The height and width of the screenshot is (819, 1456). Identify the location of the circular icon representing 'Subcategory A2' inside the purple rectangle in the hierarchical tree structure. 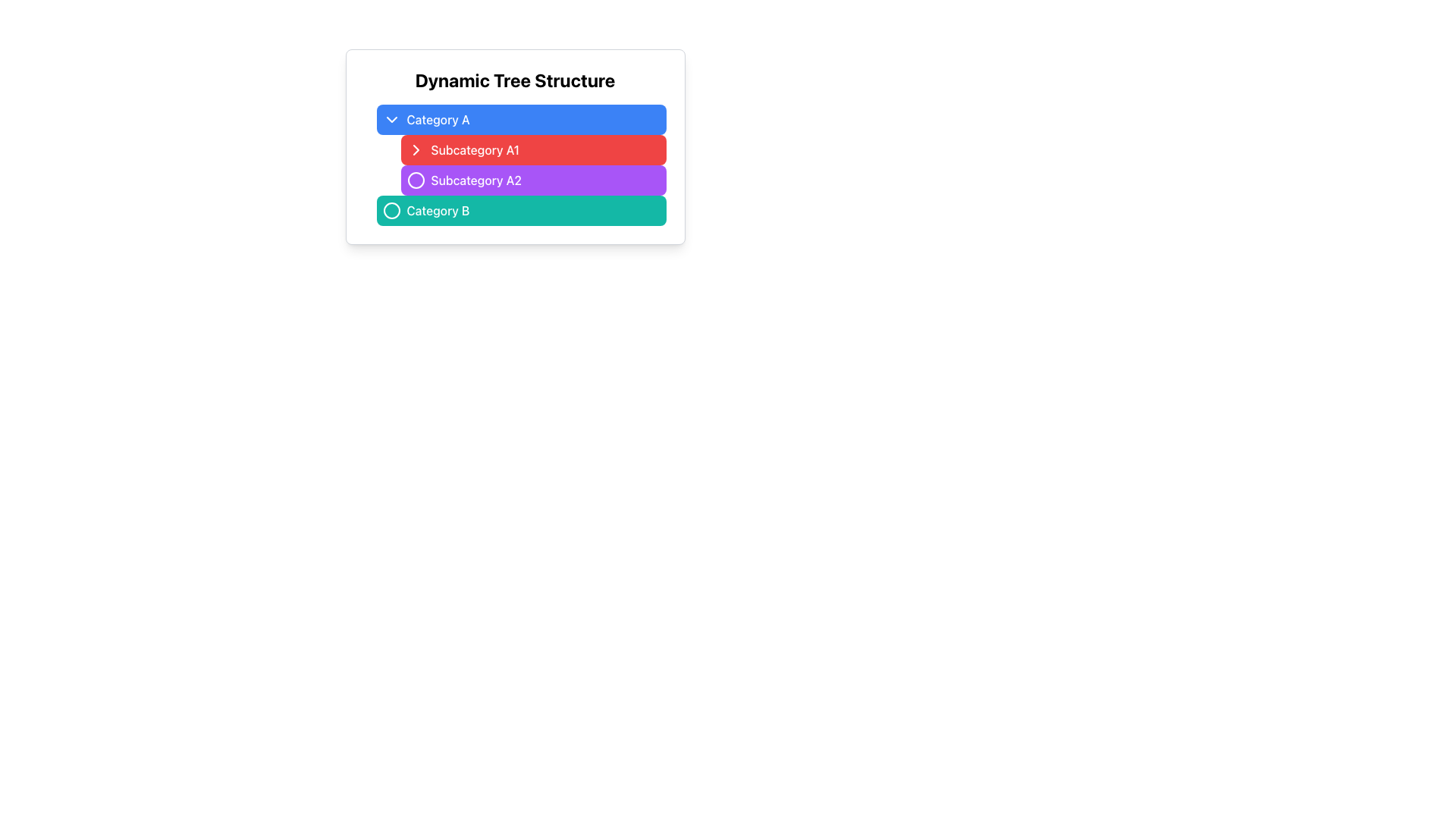
(416, 180).